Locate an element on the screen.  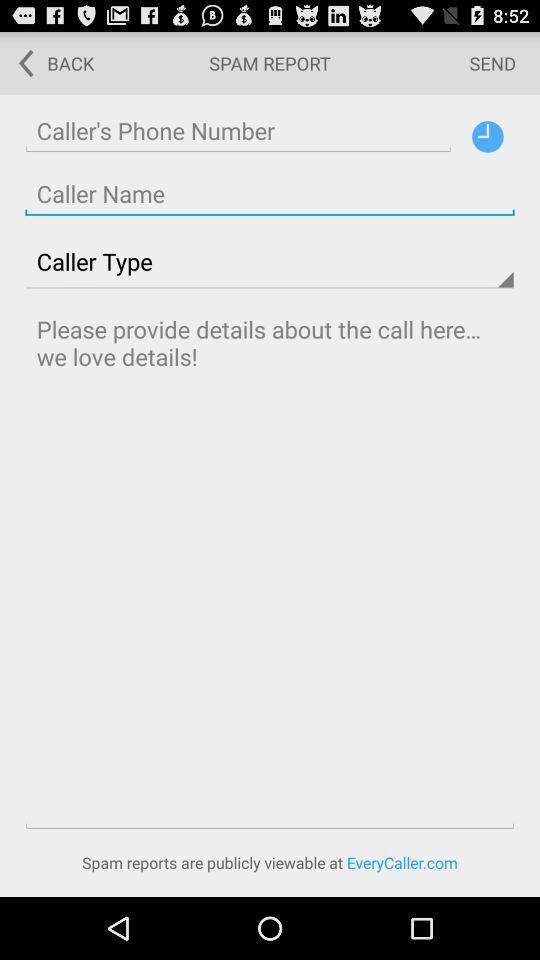
screen page is located at coordinates (270, 193).